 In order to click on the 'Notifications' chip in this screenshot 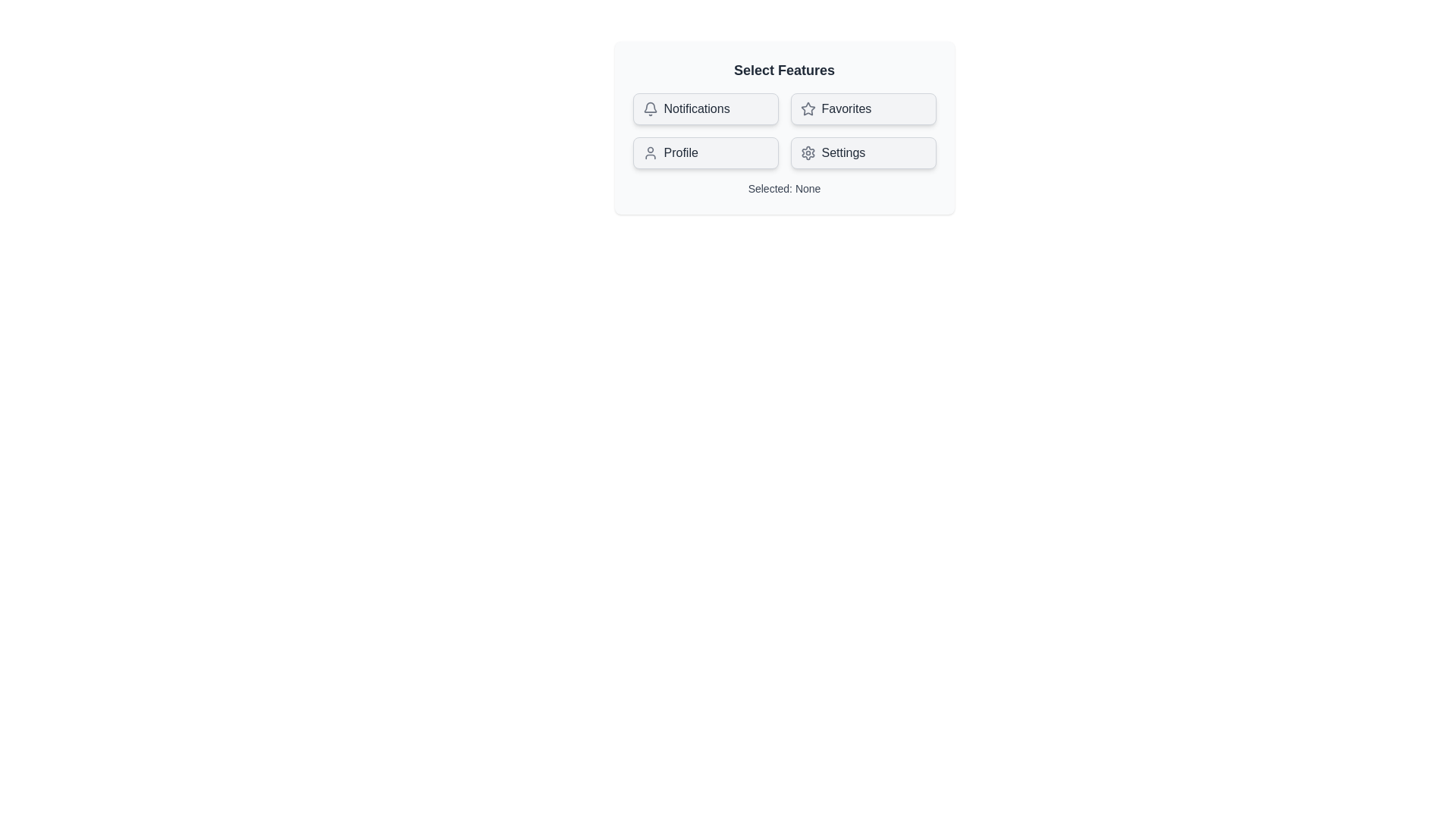, I will do `click(704, 108)`.